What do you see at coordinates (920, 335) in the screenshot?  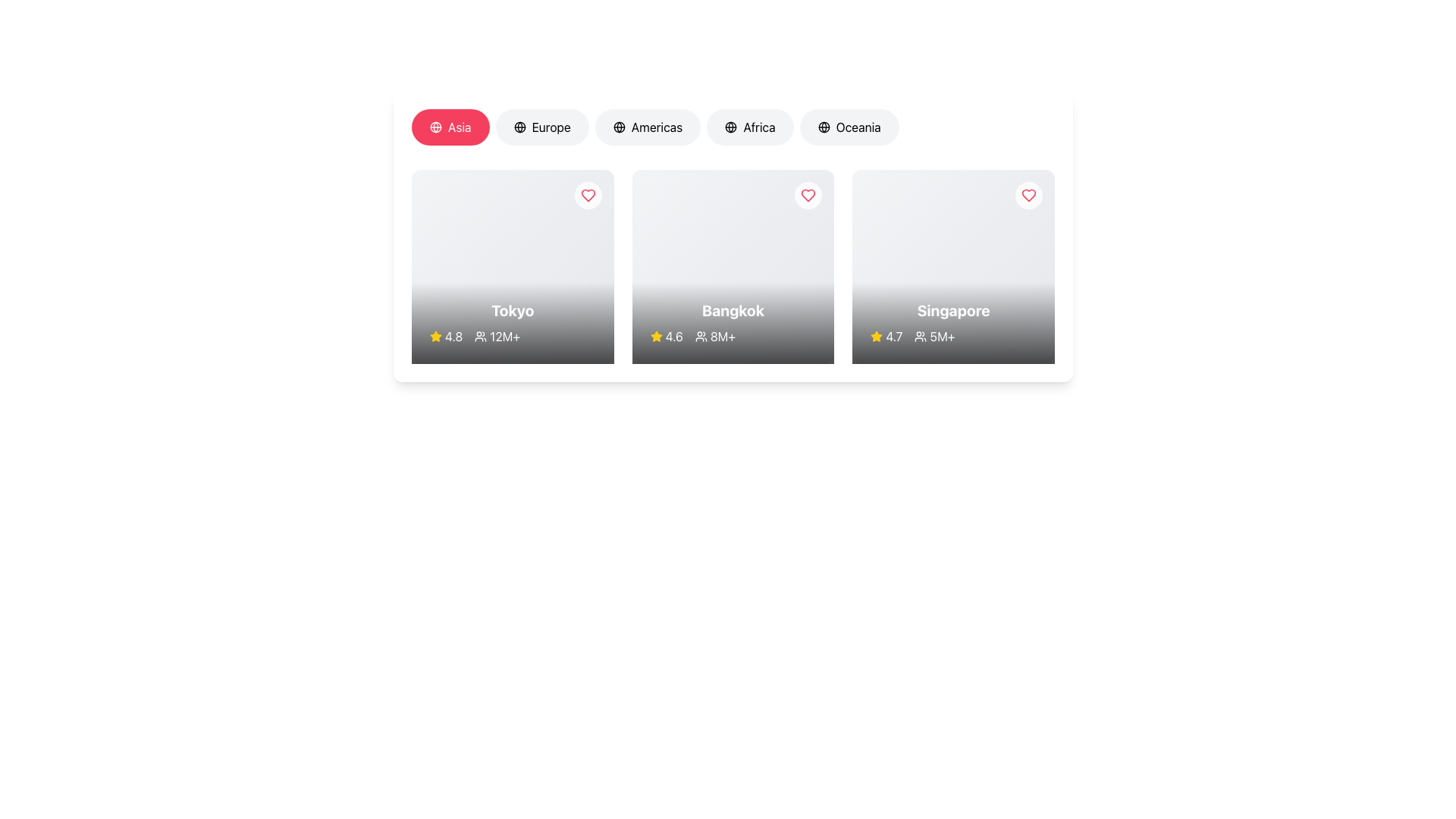 I see `the user icon adjacent to the '5M+' text in the lower portion of the Singapore card` at bounding box center [920, 335].